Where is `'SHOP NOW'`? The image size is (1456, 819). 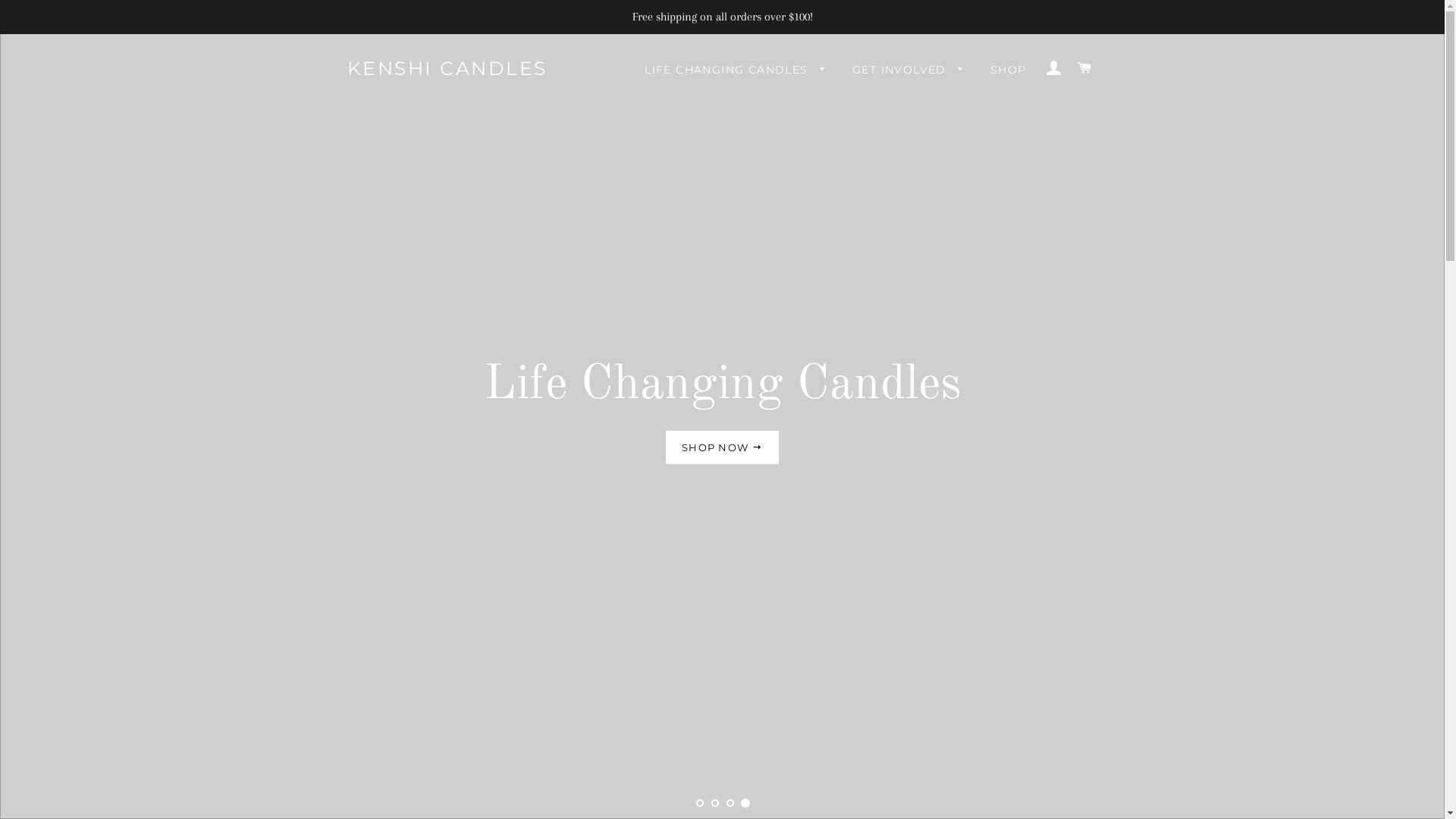
'SHOP NOW' is located at coordinates (721, 447).